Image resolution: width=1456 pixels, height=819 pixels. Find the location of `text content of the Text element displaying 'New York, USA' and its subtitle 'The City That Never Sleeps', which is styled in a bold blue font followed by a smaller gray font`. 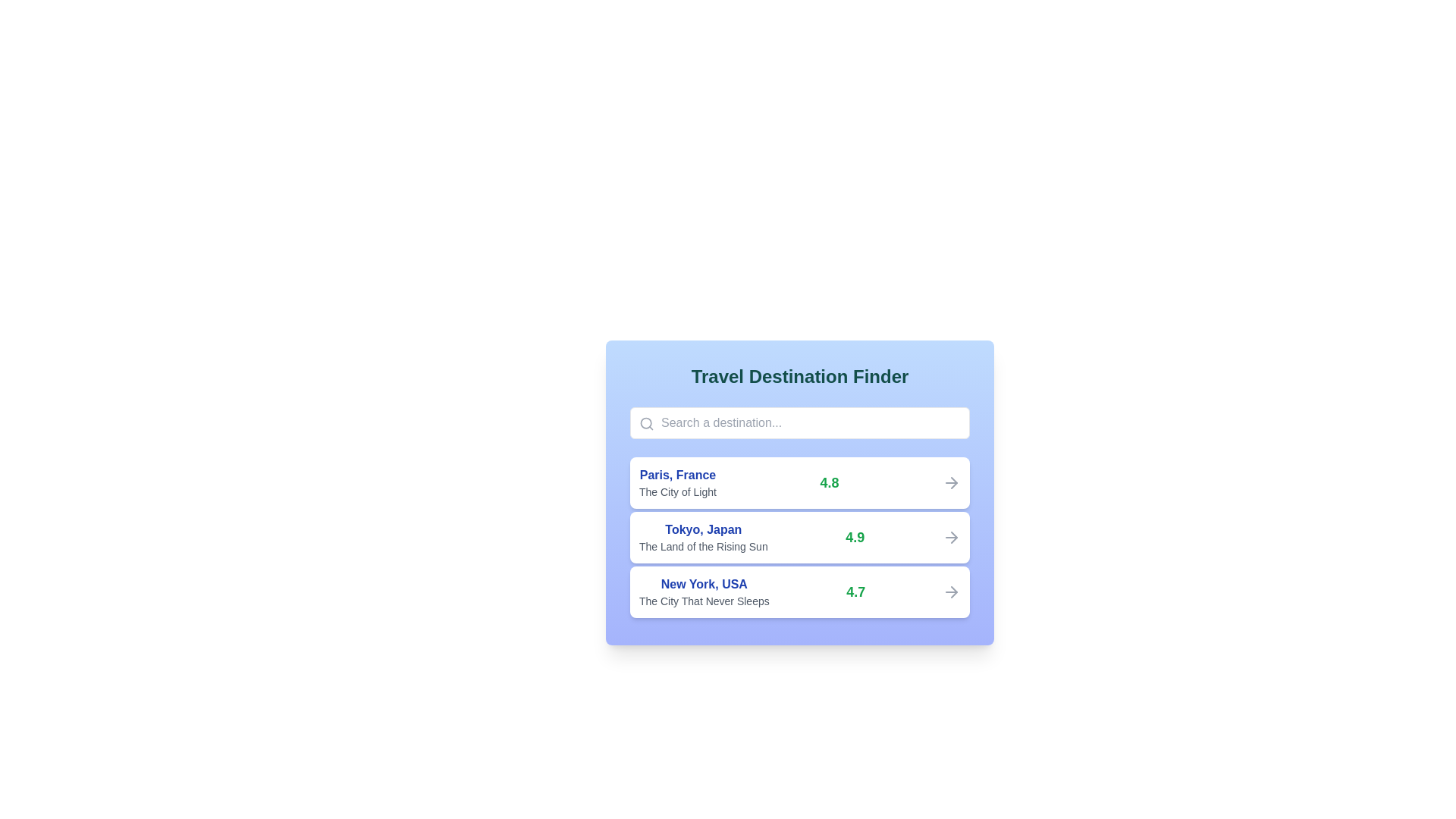

text content of the Text element displaying 'New York, USA' and its subtitle 'The City That Never Sleeps', which is styled in a bold blue font followed by a smaller gray font is located at coordinates (703, 591).